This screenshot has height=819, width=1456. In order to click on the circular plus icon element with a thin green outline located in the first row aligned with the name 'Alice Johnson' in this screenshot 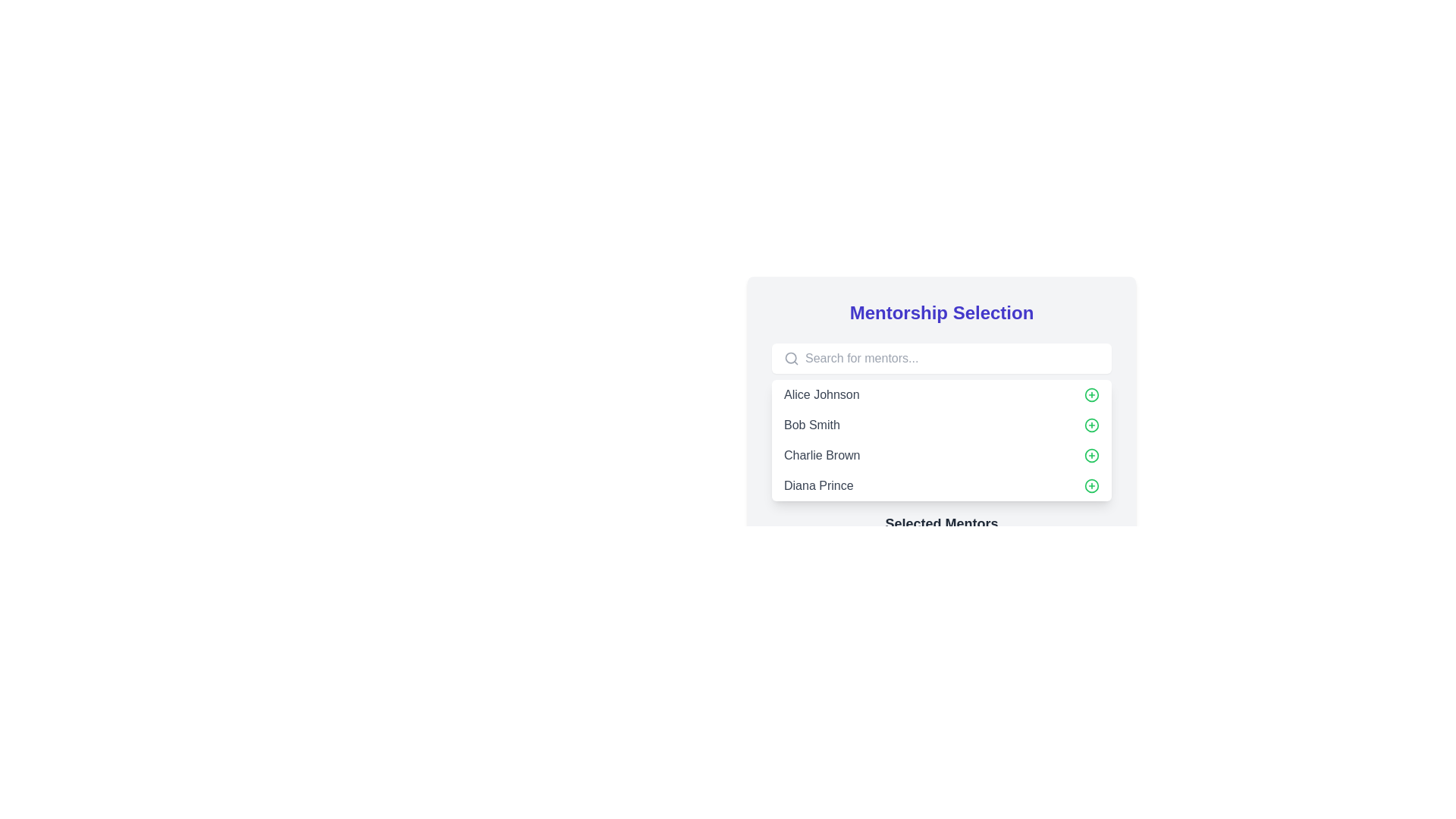, I will do `click(1092, 394)`.